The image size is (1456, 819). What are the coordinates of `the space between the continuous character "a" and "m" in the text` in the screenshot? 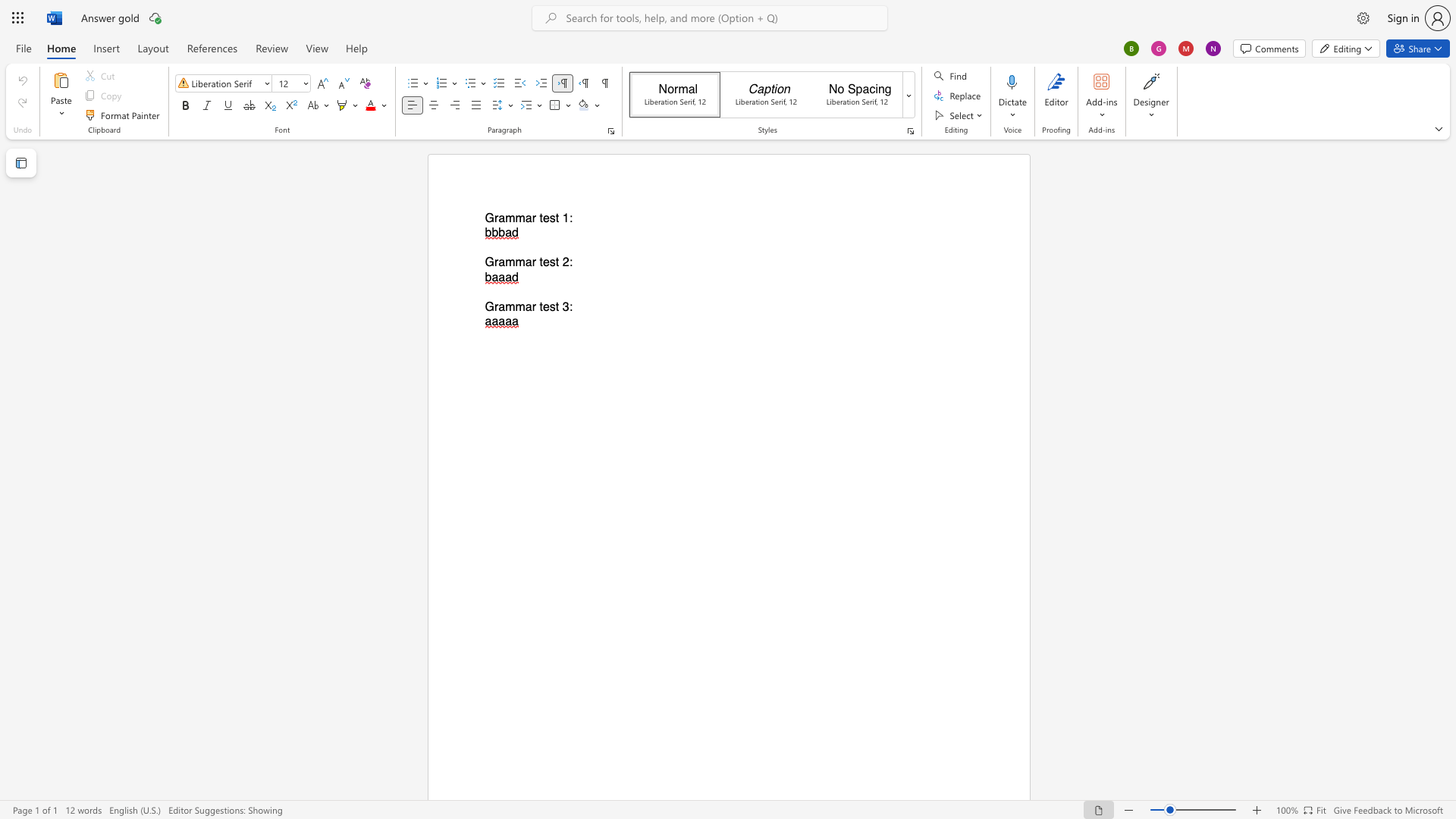 It's located at (506, 218).